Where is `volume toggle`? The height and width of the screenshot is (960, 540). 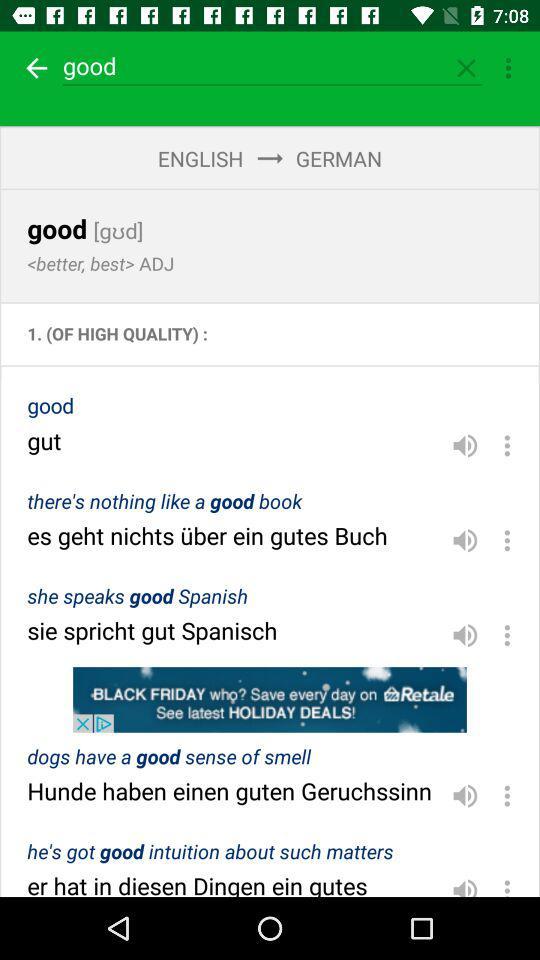 volume toggle is located at coordinates (465, 634).